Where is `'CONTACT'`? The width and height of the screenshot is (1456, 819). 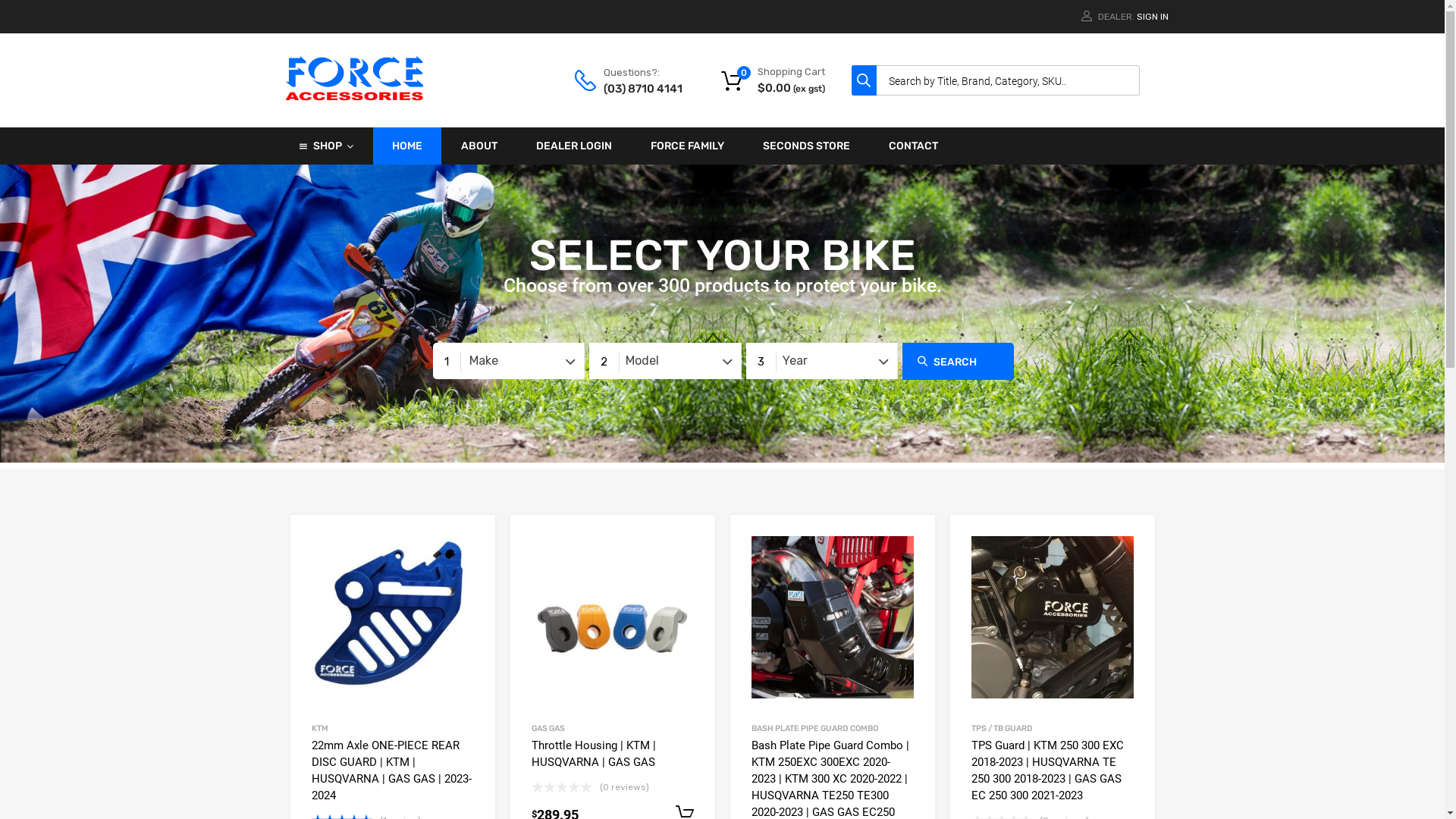 'CONTACT' is located at coordinates (912, 146).